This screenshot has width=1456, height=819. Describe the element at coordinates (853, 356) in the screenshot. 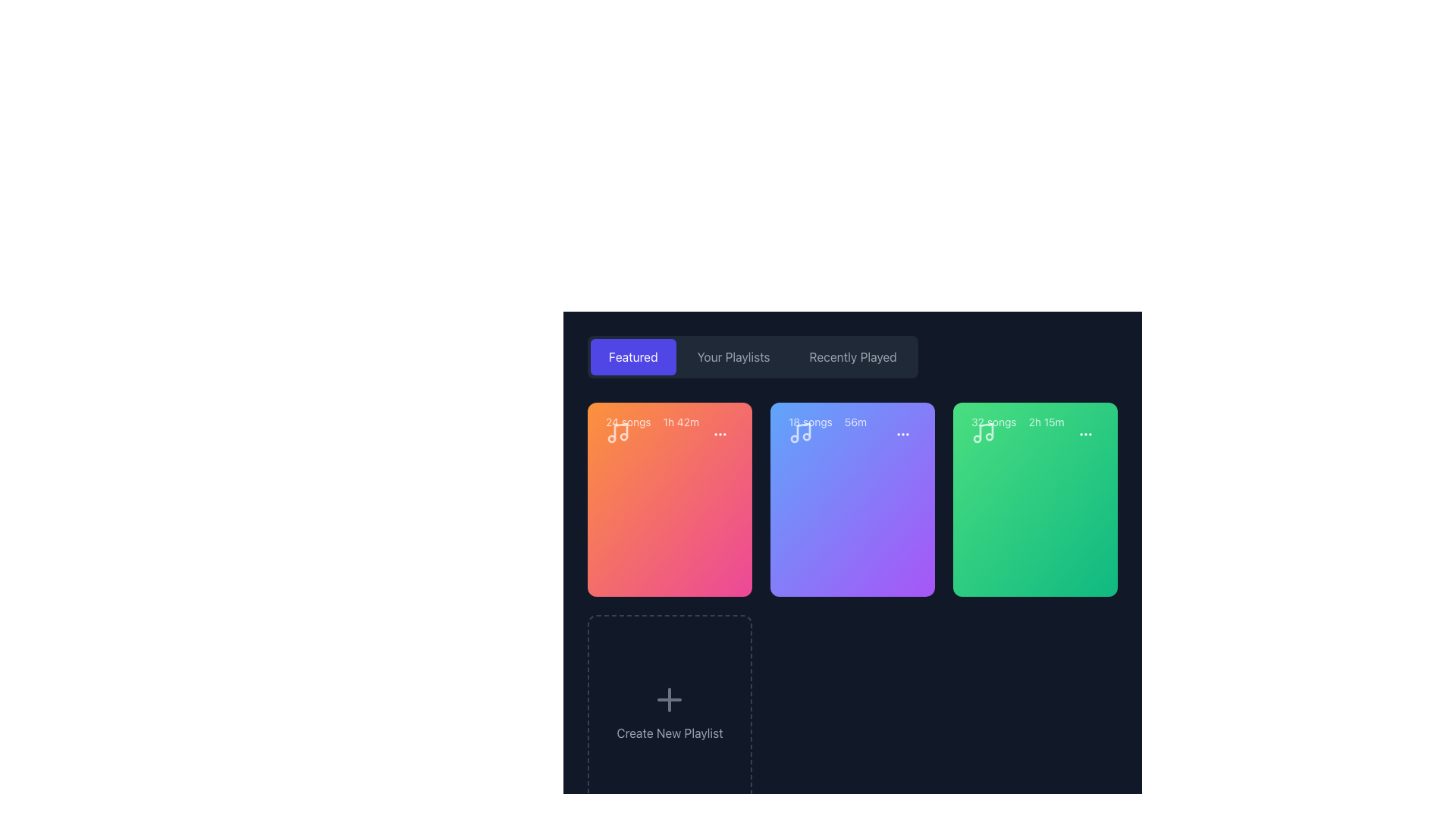

I see `the category selector button located in the header` at that location.